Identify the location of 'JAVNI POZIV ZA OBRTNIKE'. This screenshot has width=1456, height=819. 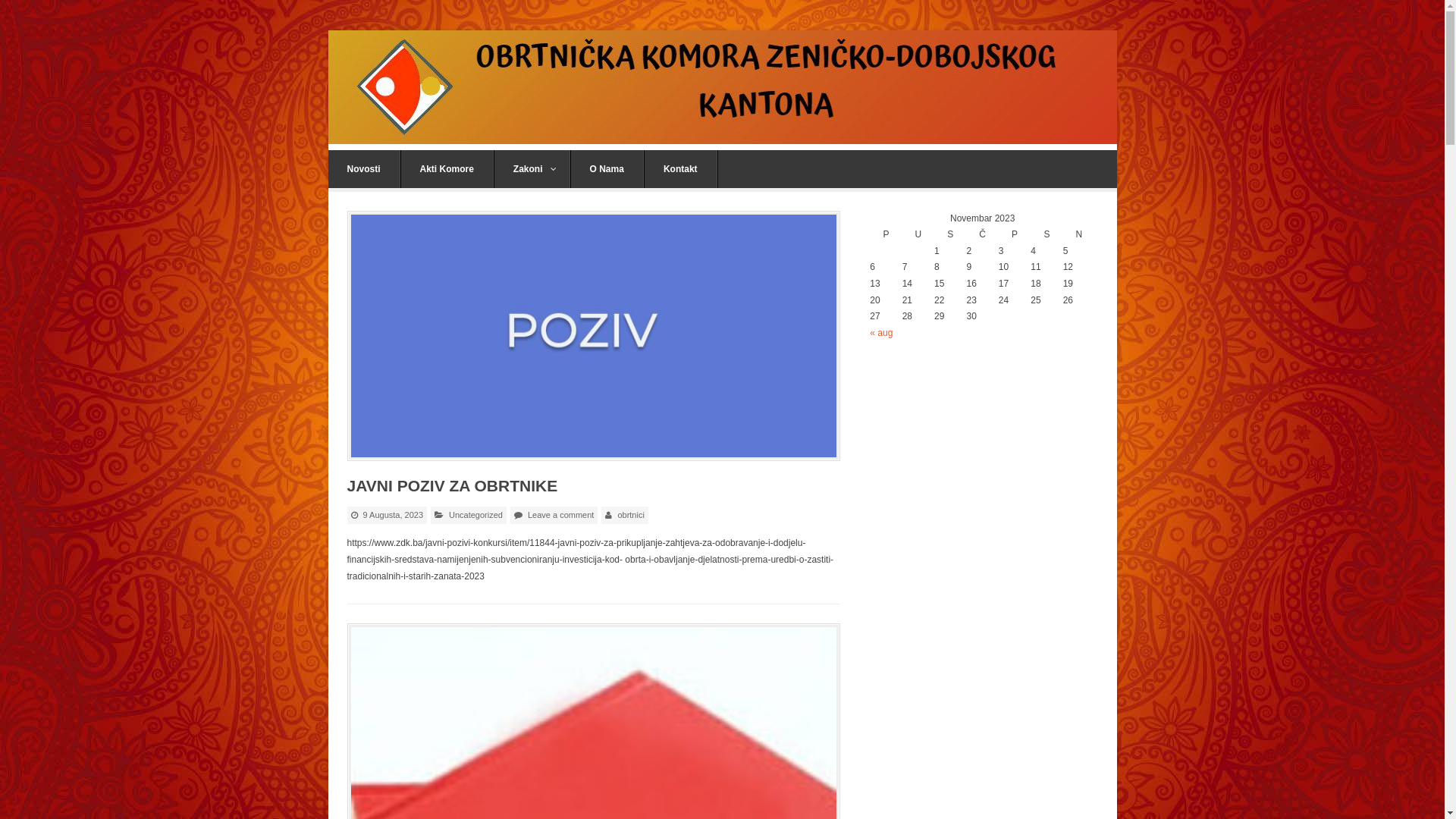
(346, 485).